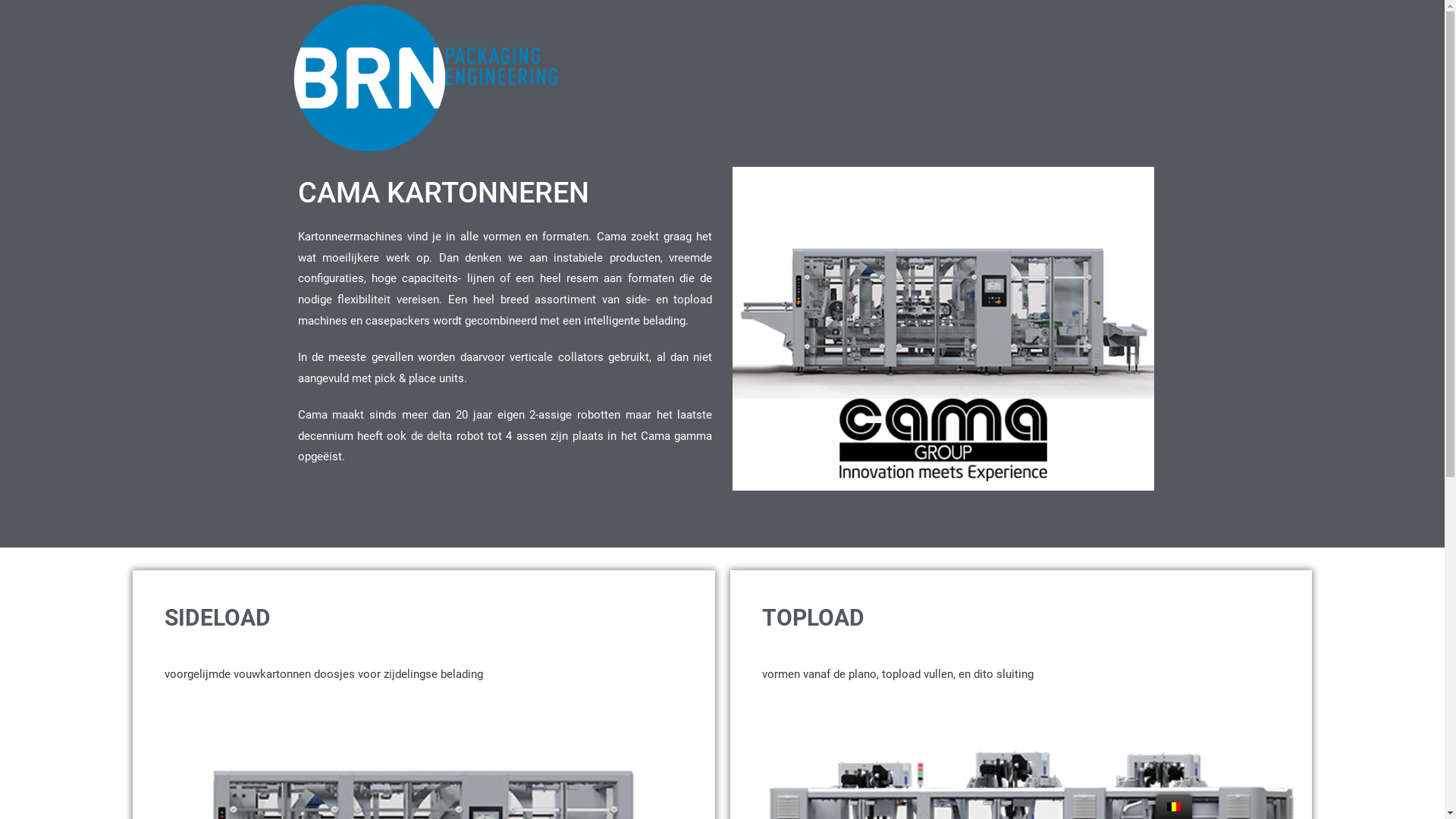 This screenshot has width=1456, height=819. Describe the element at coordinates (626, 55) in the screenshot. I see `'HOME'` at that location.